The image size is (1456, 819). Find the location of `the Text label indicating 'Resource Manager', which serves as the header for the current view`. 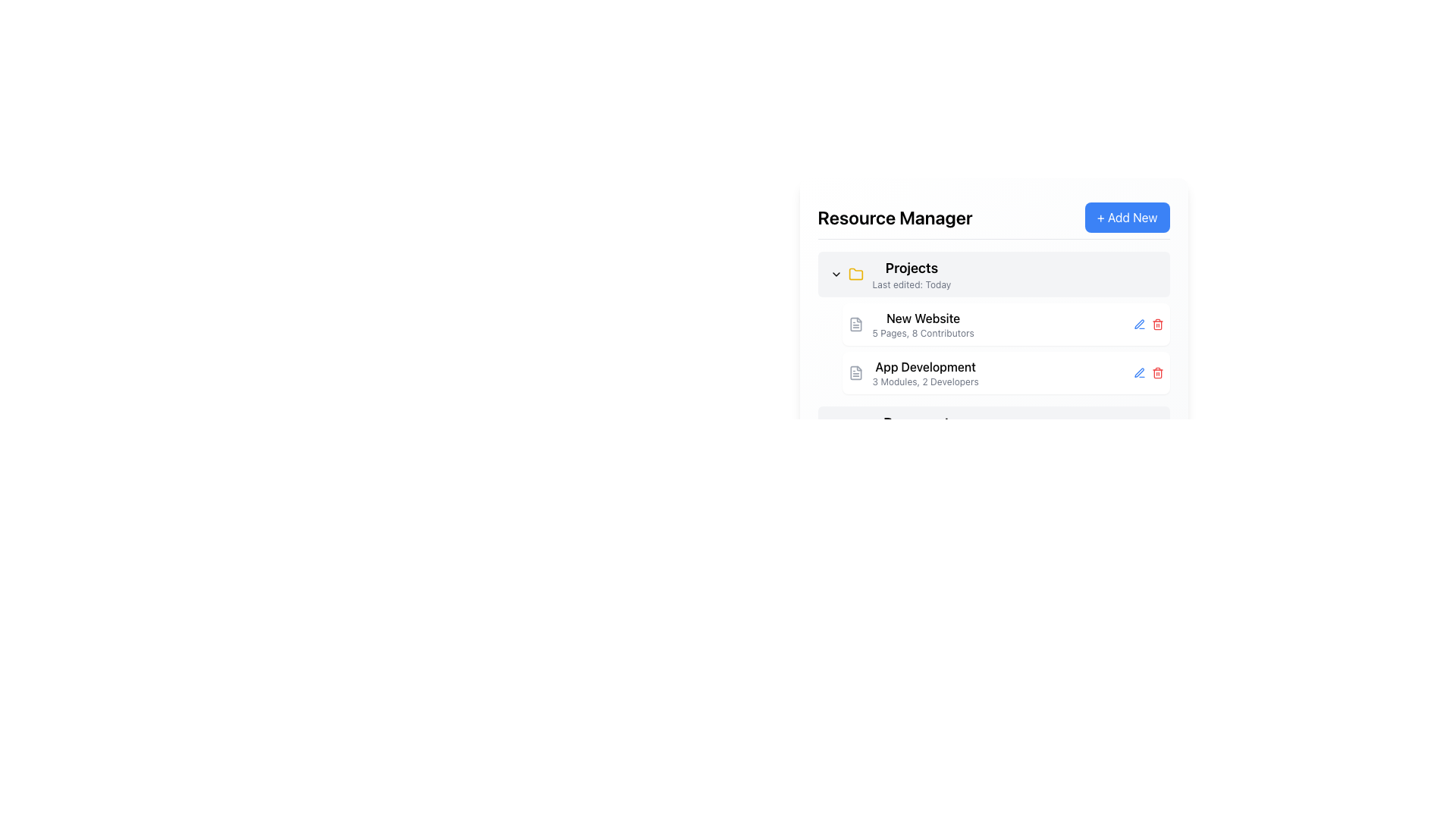

the Text label indicating 'Resource Manager', which serves as the header for the current view is located at coordinates (895, 217).